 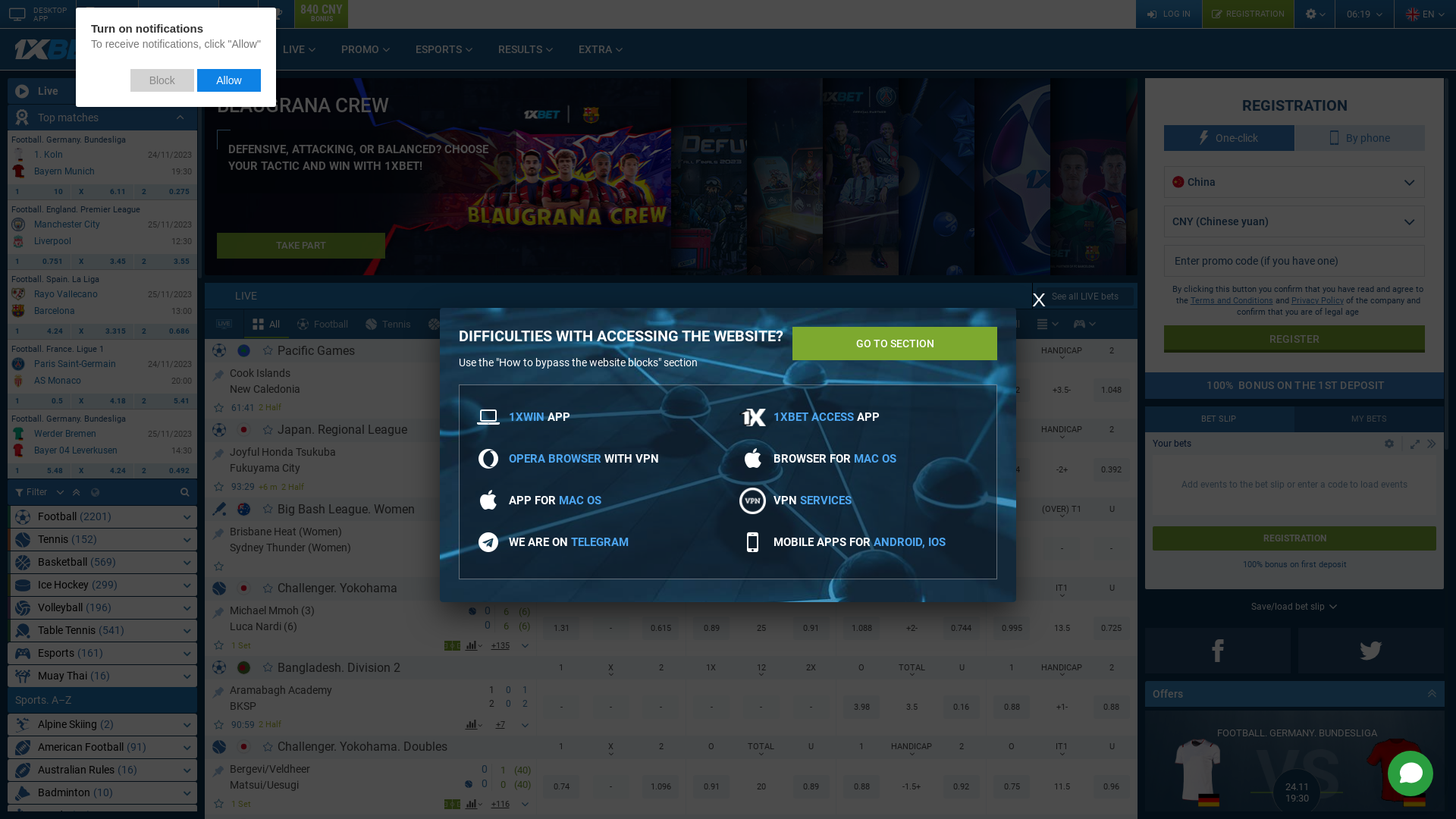 What do you see at coordinates (11, 155) in the screenshot?
I see `'1. Koln. Cologne'` at bounding box center [11, 155].